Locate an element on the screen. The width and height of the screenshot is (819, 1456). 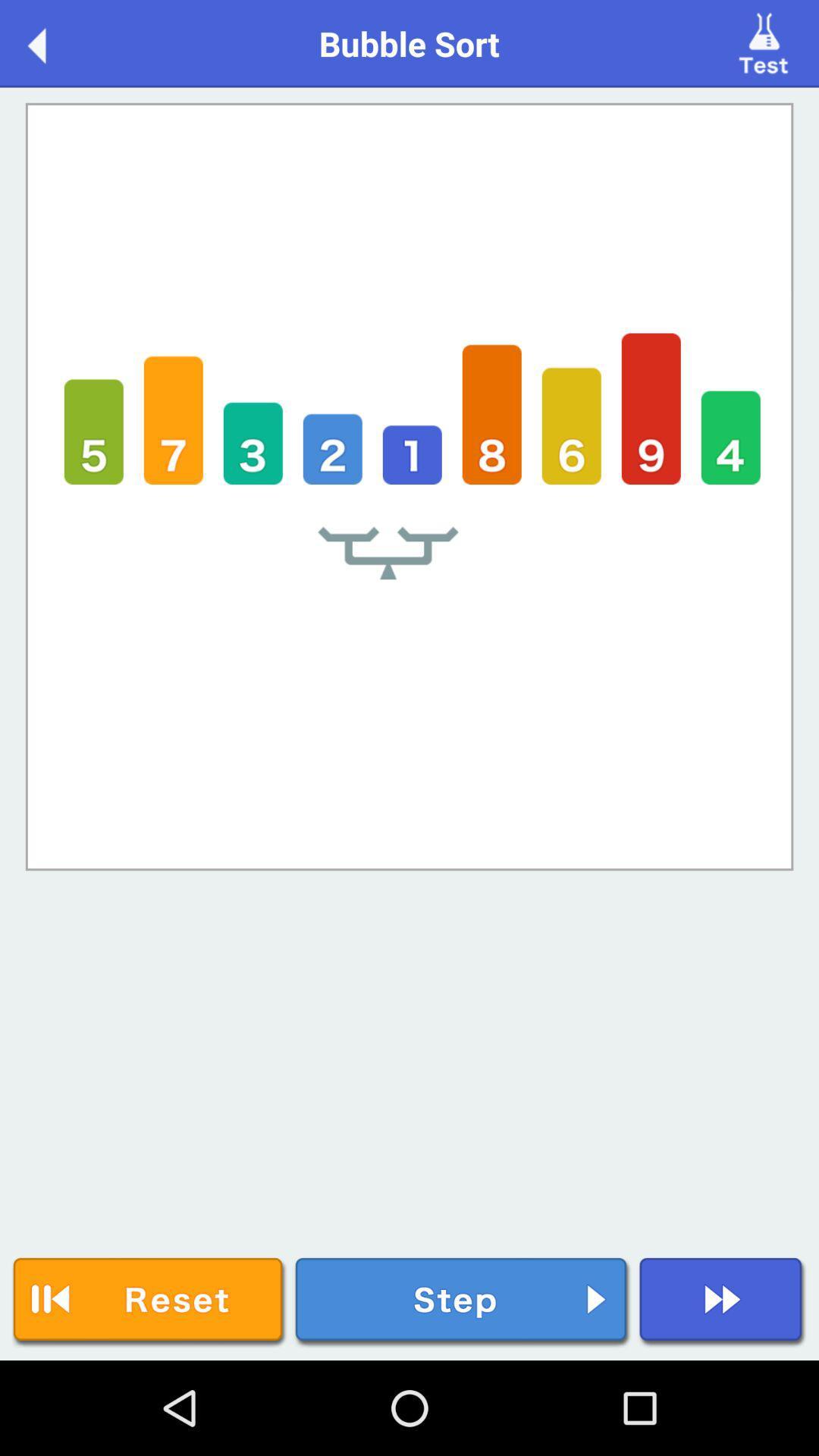
next item is located at coordinates (721, 1301).